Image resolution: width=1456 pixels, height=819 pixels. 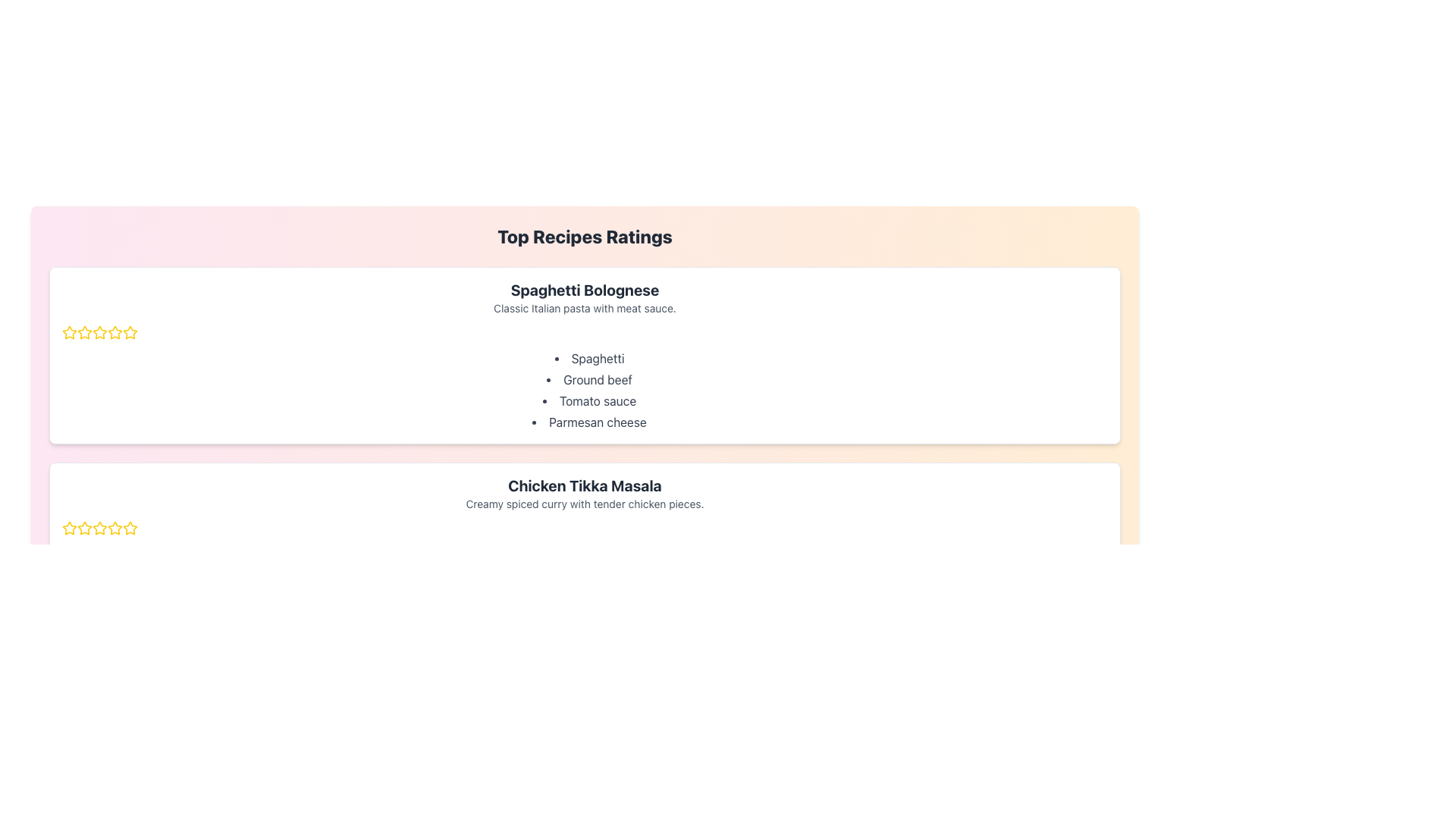 What do you see at coordinates (99, 332) in the screenshot?
I see `the fourth star in the rating system next to the 'Spaghetti Bolognese' section to give this rating` at bounding box center [99, 332].